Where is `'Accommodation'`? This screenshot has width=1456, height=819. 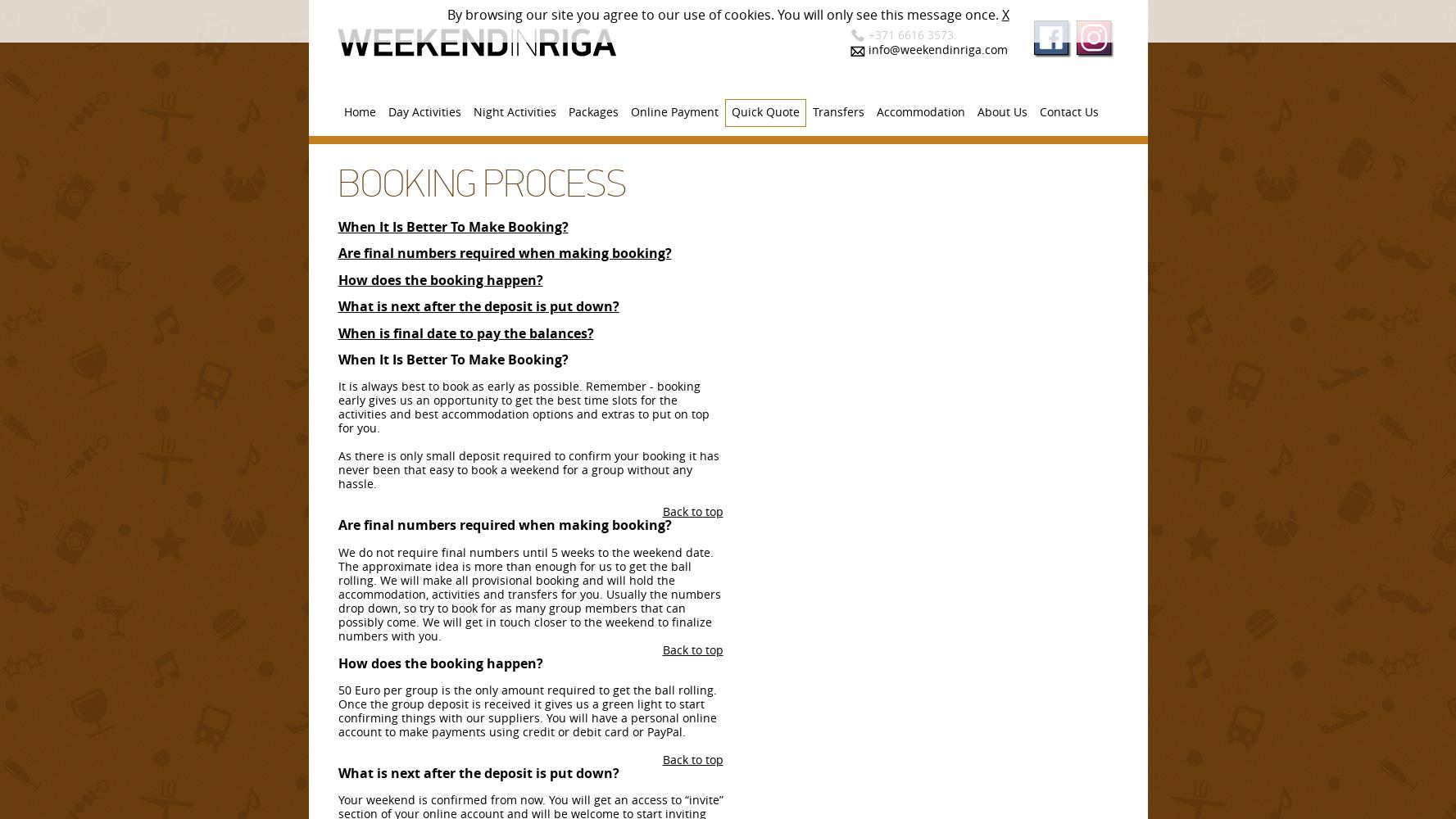
'Accommodation' is located at coordinates (919, 111).